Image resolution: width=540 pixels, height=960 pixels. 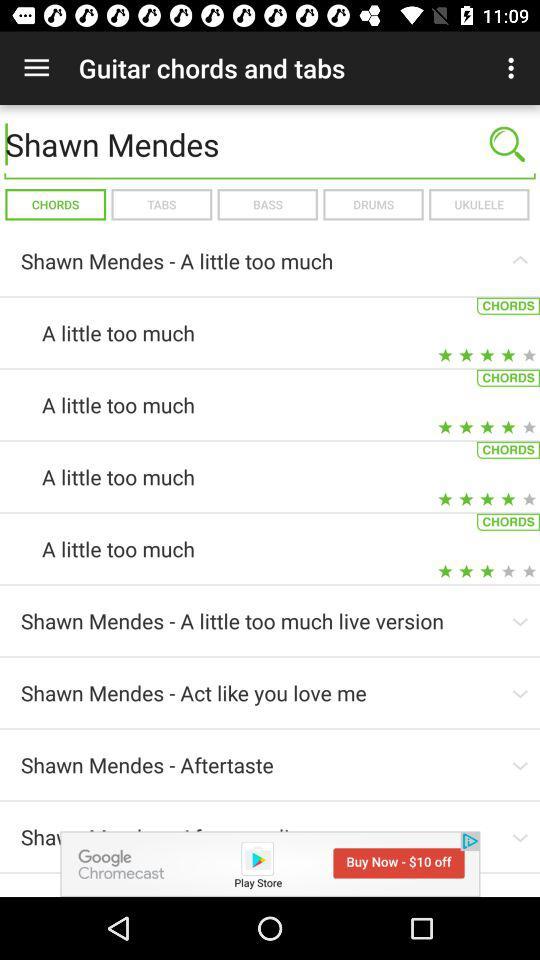 I want to click on make add, so click(x=270, y=863).